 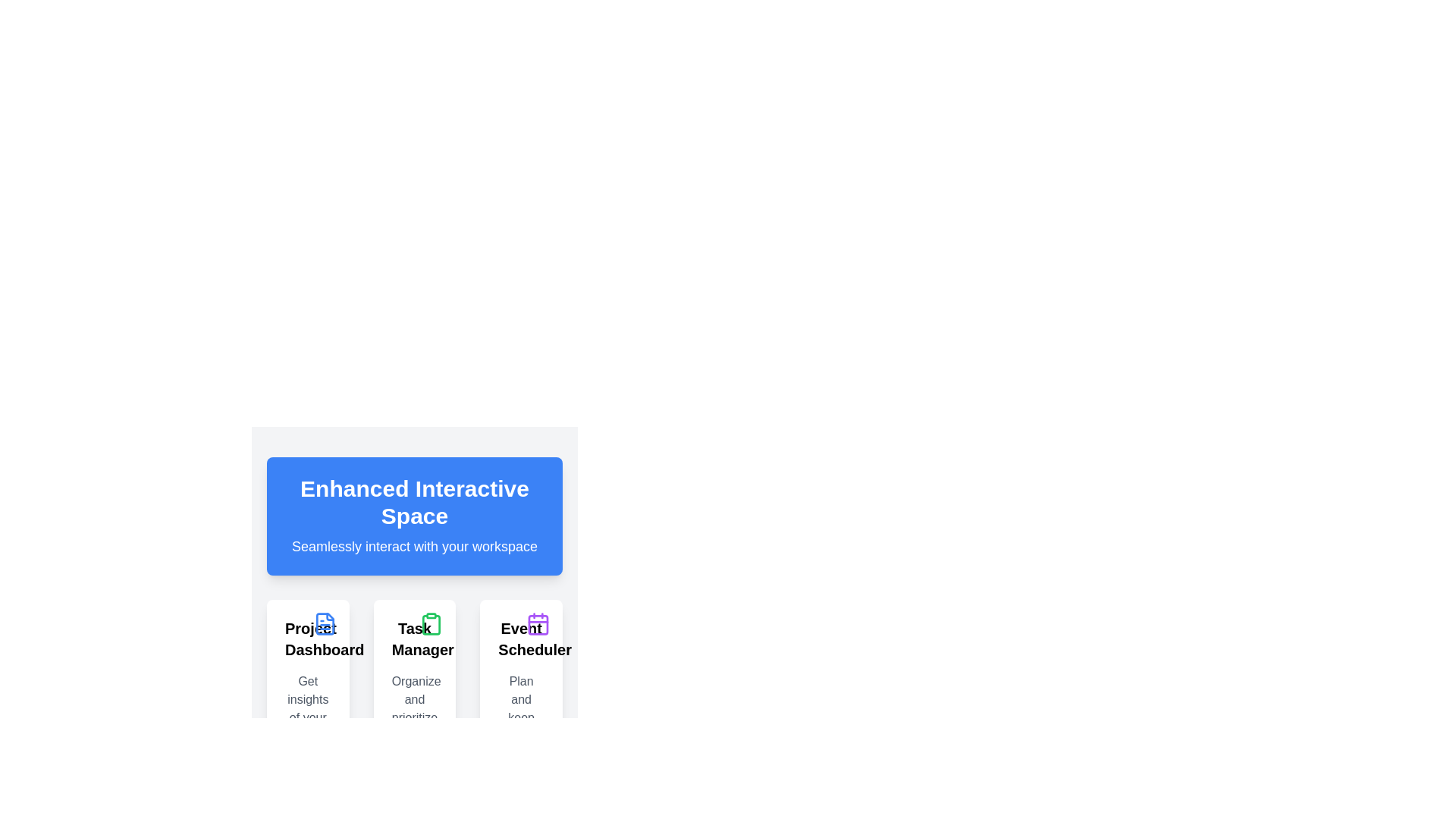 What do you see at coordinates (538, 623) in the screenshot?
I see `properties of the purple calendar icon located at the top-right corner of the 'Event Scheduler' card` at bounding box center [538, 623].